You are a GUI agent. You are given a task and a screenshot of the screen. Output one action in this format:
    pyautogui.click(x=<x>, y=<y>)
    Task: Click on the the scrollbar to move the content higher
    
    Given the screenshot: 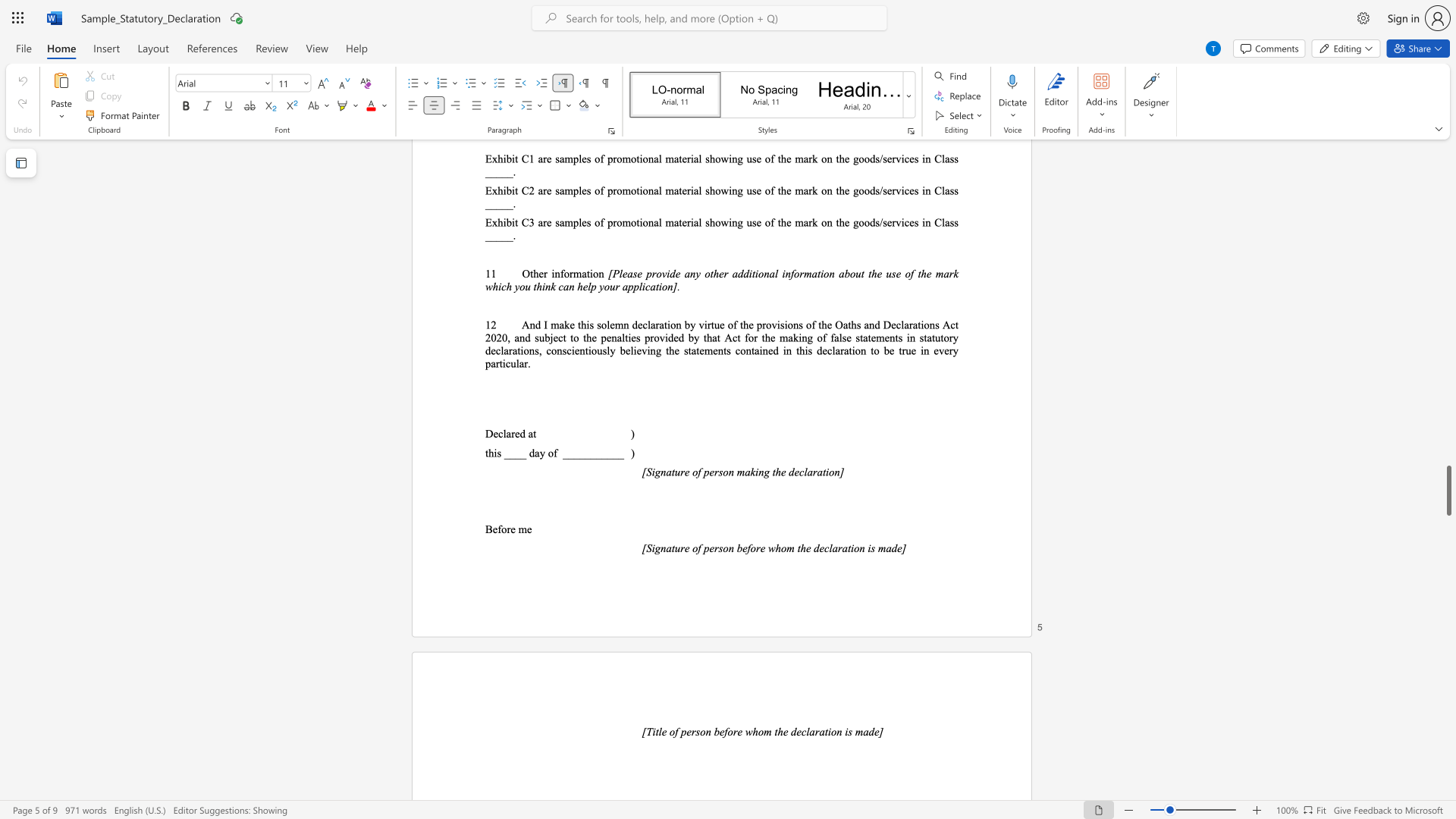 What is the action you would take?
    pyautogui.click(x=1448, y=400)
    